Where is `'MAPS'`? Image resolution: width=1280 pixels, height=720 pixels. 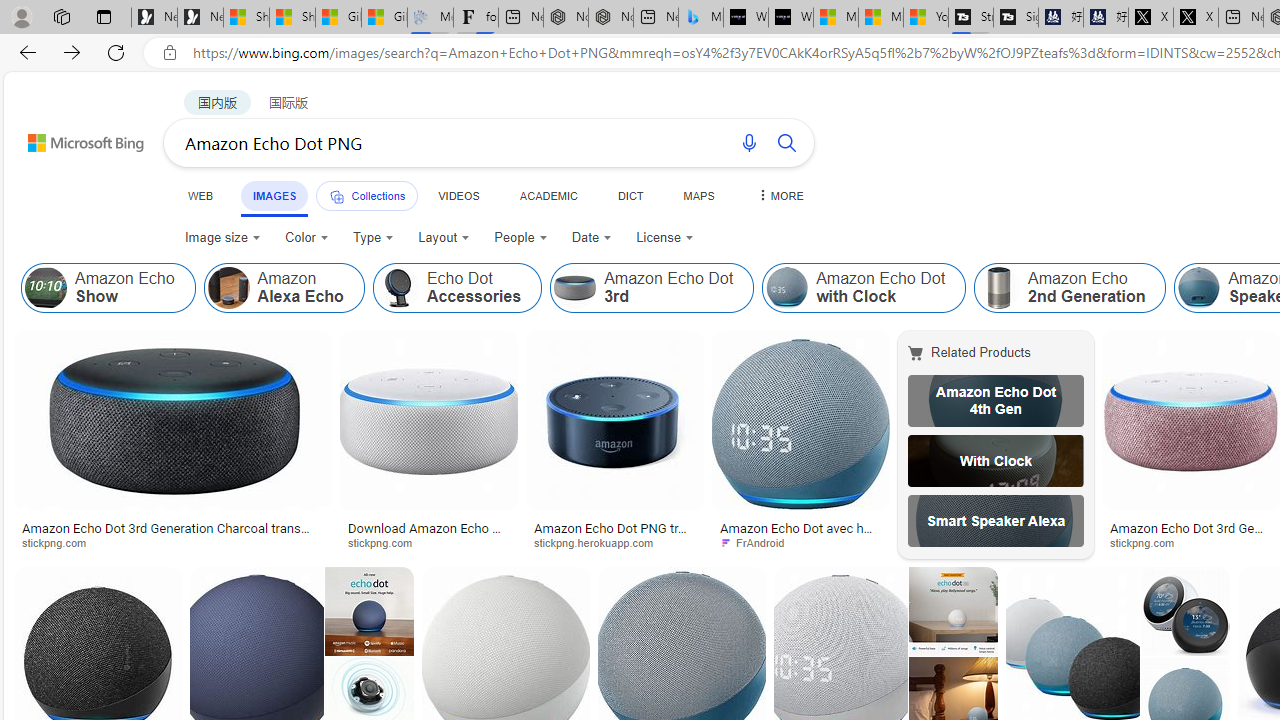
'MAPS' is located at coordinates (698, 195).